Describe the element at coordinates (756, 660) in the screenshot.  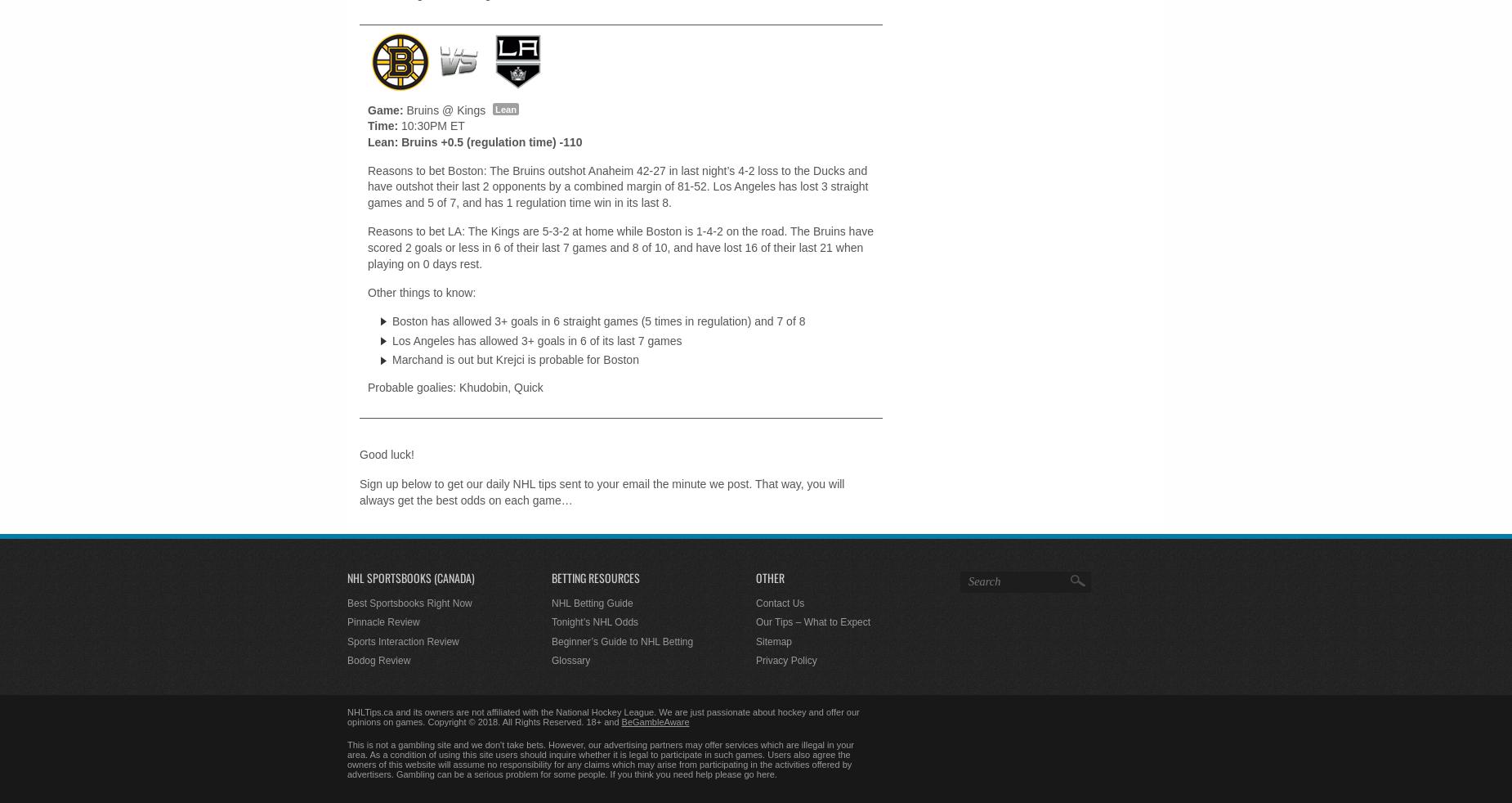
I see `'Privacy Policy'` at that location.